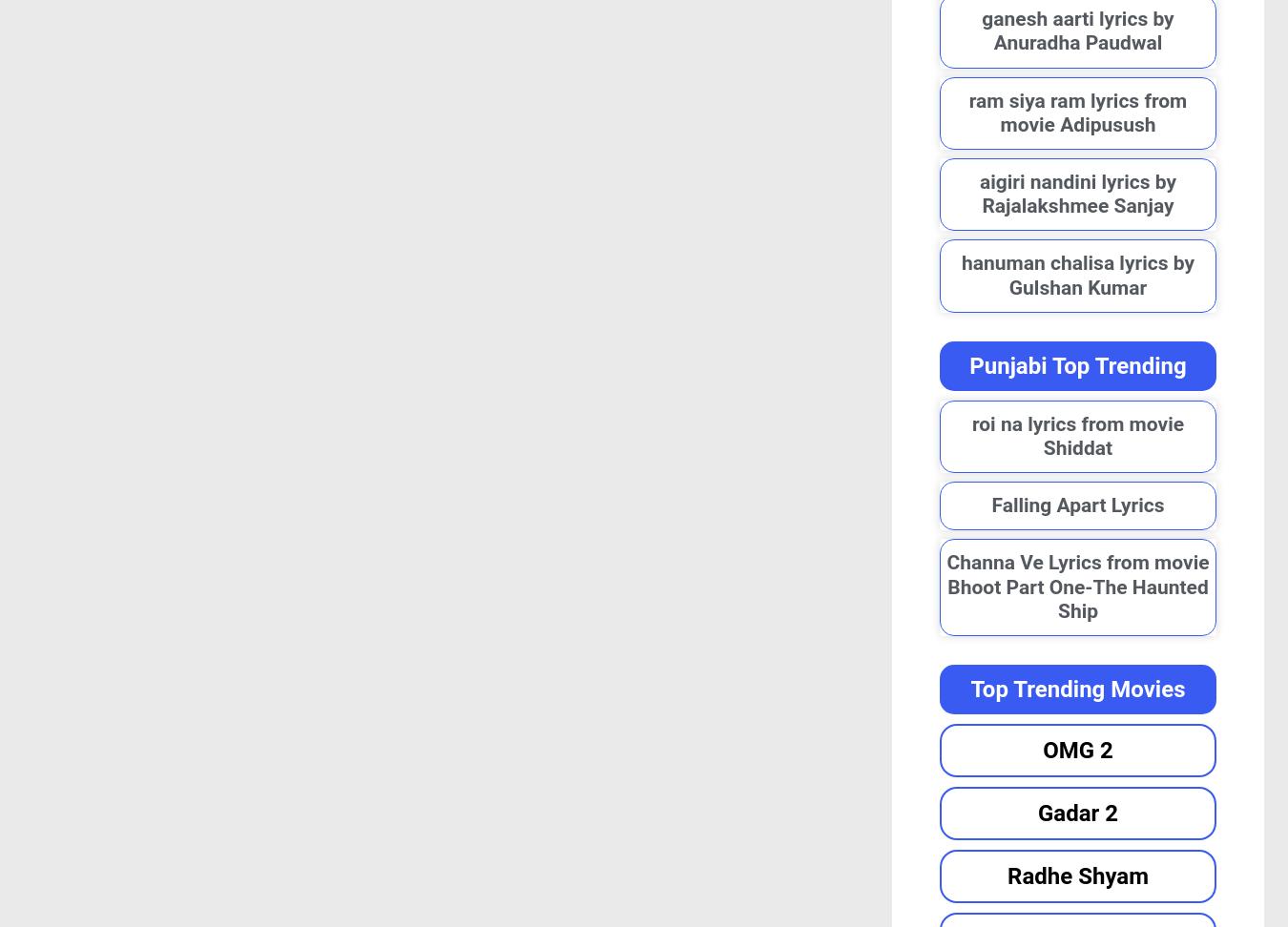 Image resolution: width=1288 pixels, height=927 pixels. What do you see at coordinates (1076, 193) in the screenshot?
I see `'aigiri nandini lyrics by Rajalakshmee Sanjay'` at bounding box center [1076, 193].